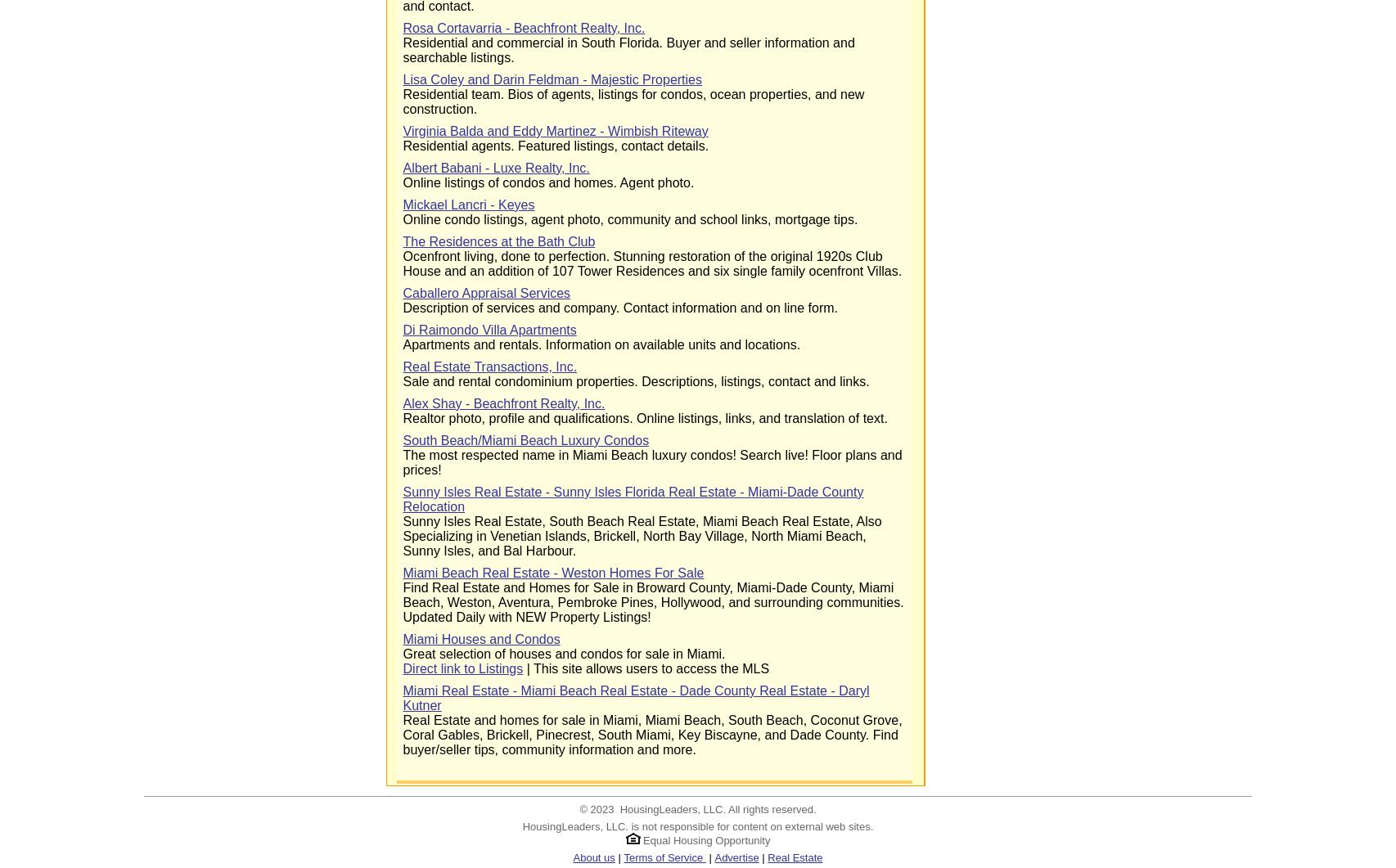 Image resolution: width=1396 pixels, height=868 pixels. I want to click on 'Albert Babani - Luxe Realty, Inc.', so click(494, 167).